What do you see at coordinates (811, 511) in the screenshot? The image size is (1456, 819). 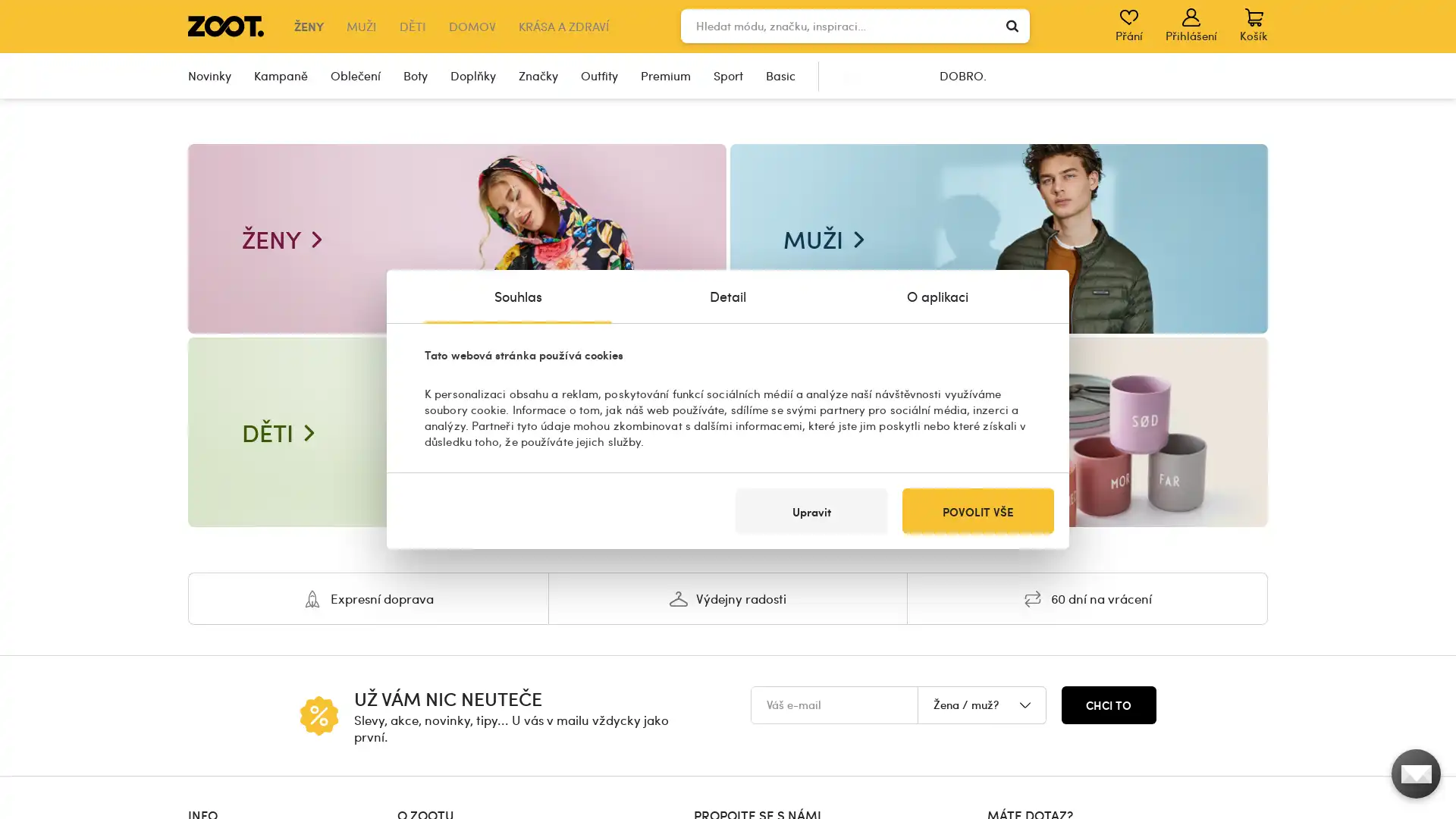 I see `Upravit` at bounding box center [811, 511].